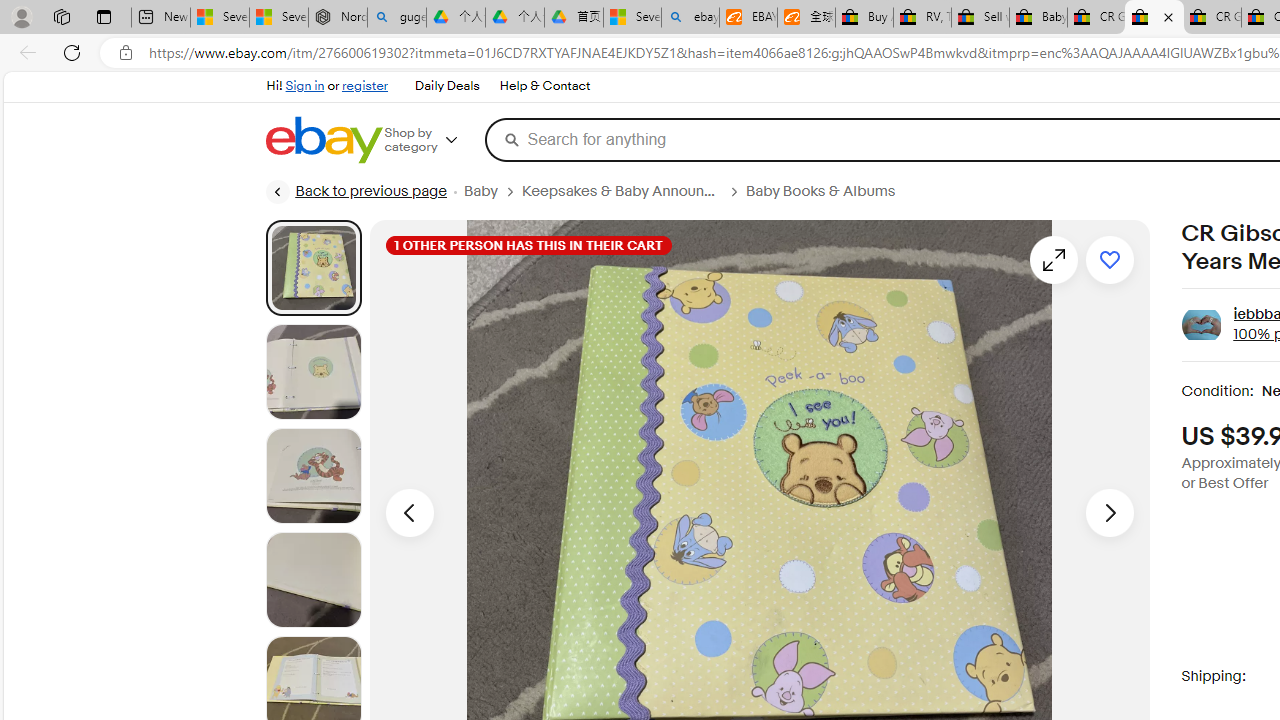 The image size is (1280, 720). I want to click on 'Help & Contact', so click(545, 86).